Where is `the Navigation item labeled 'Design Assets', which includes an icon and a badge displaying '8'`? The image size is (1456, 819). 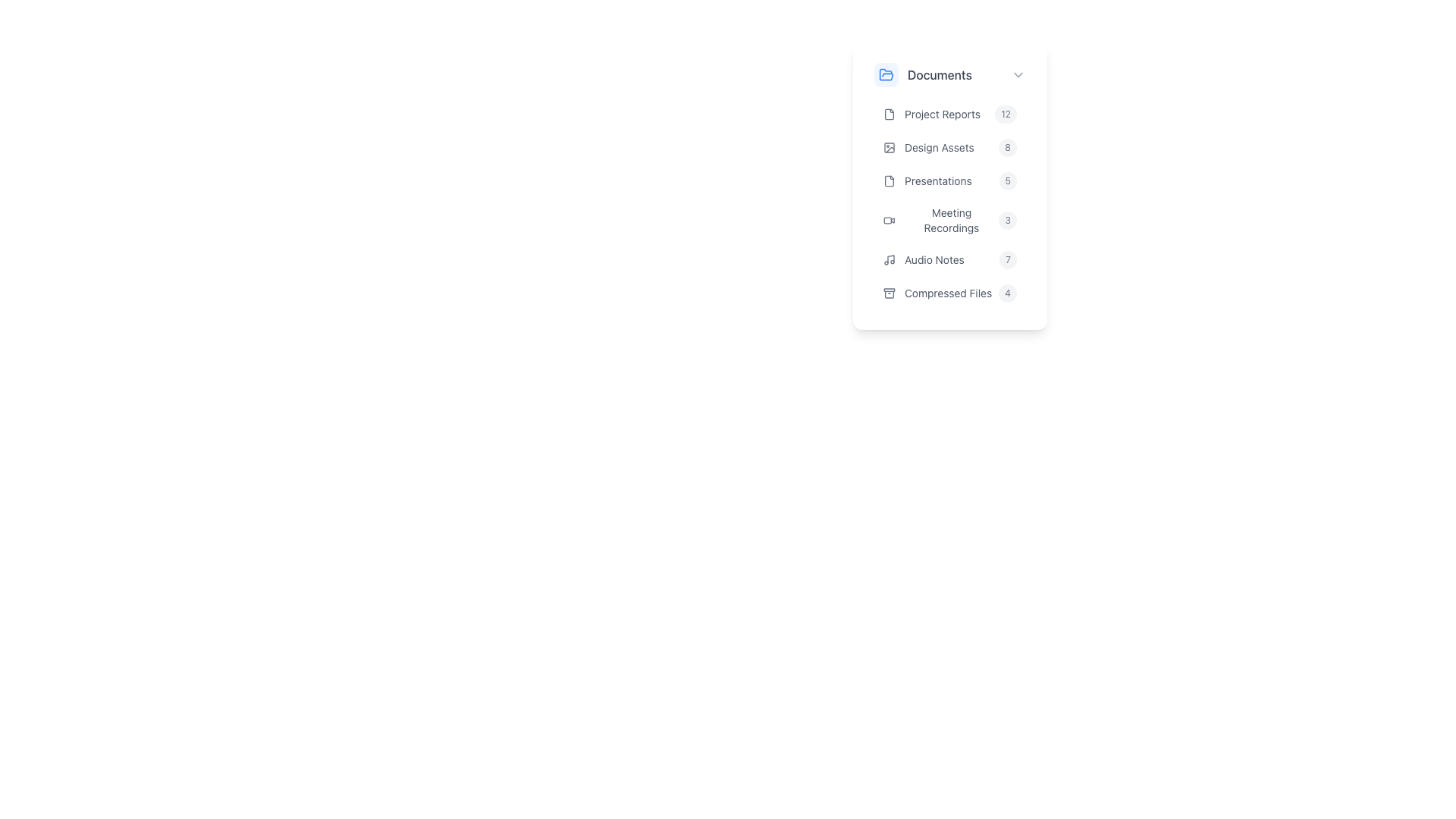 the Navigation item labeled 'Design Assets', which includes an icon and a badge displaying '8' is located at coordinates (949, 148).